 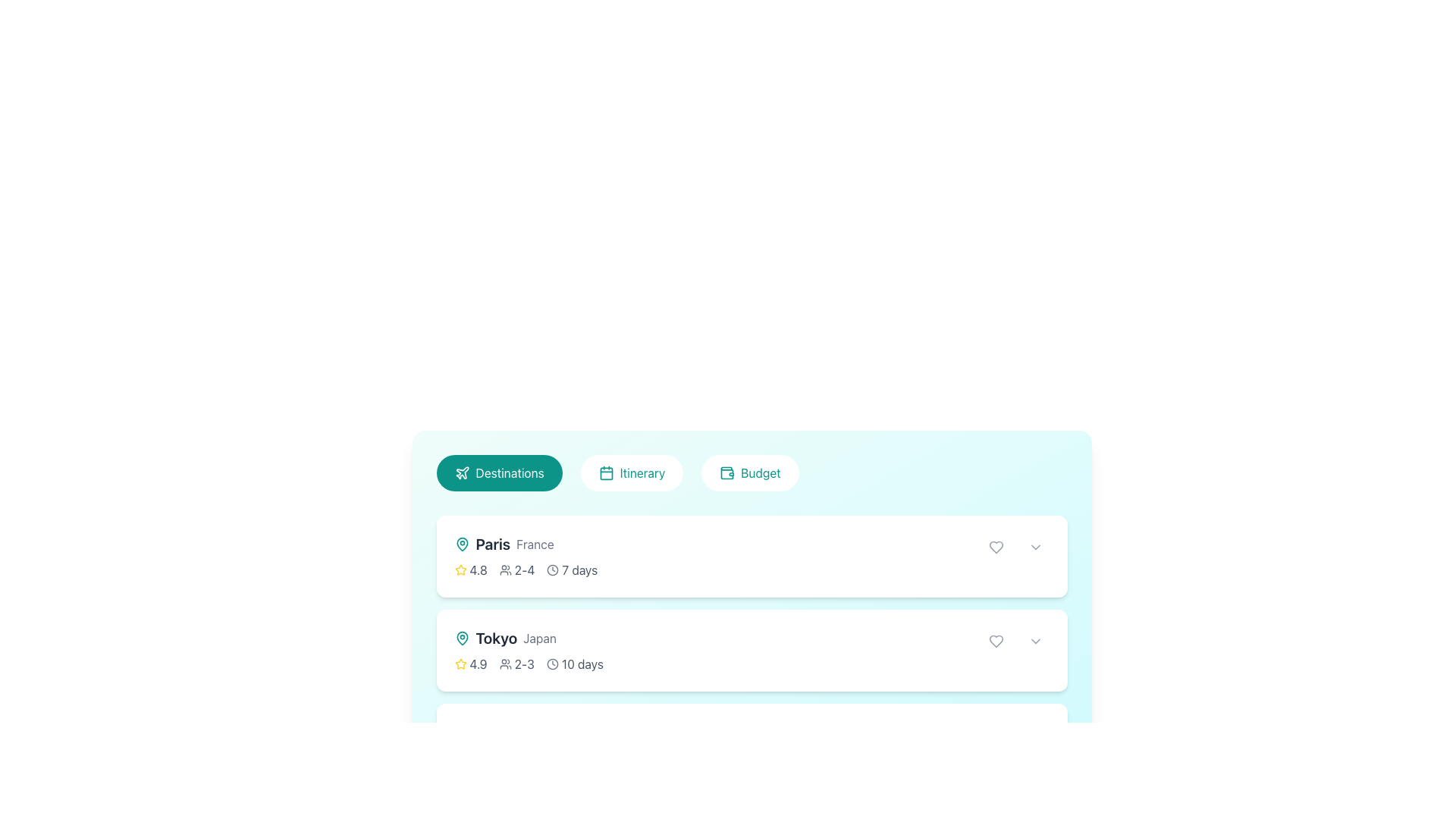 I want to click on displayed information from the composite UI component showing the text '2-4' and the user icon, located in the middle section of the upper card between the star rating and time duration indicator, so click(x=516, y=570).